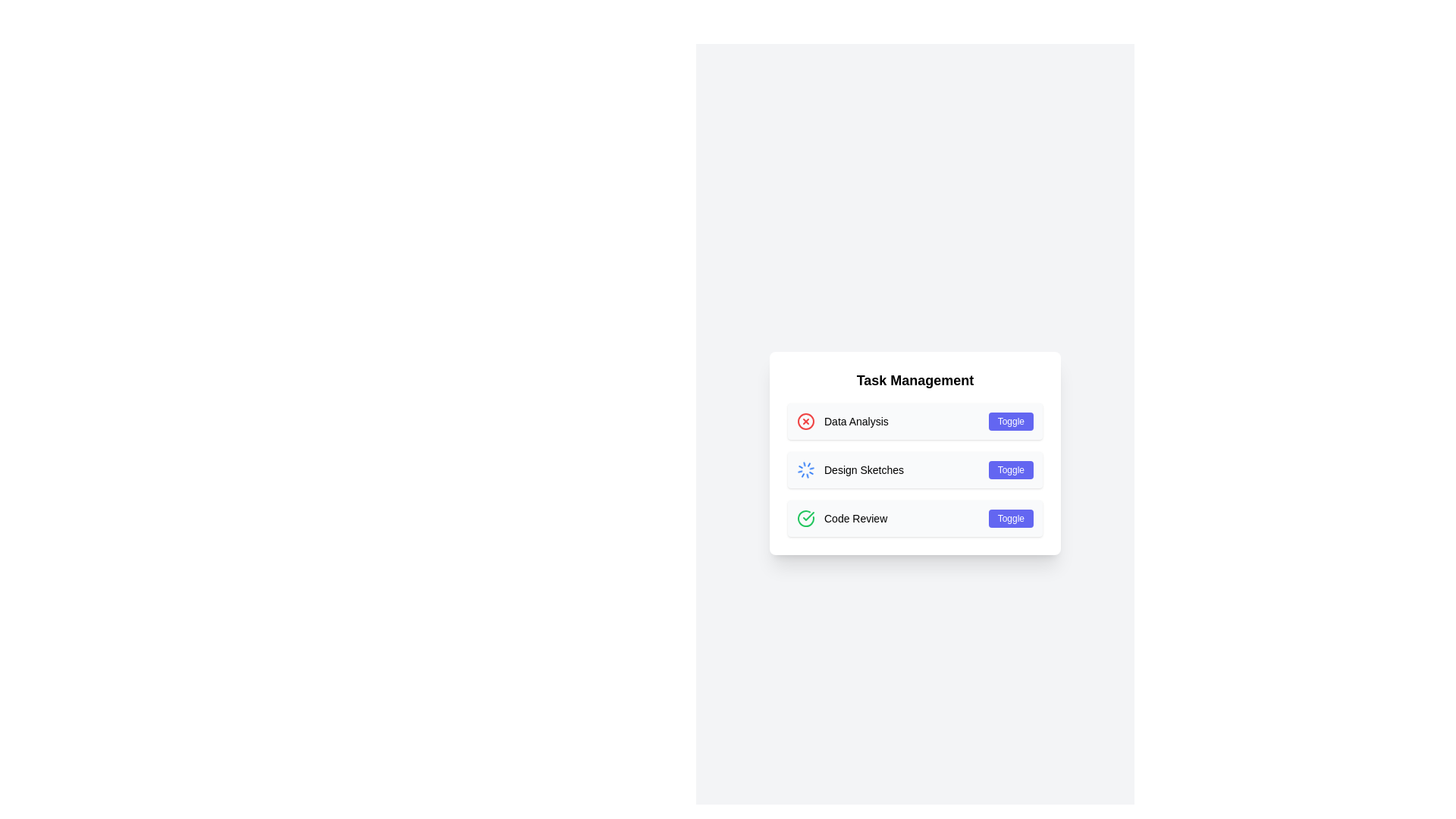 The image size is (1456, 819). What do you see at coordinates (914, 517) in the screenshot?
I see `the 'Code Review' task entry` at bounding box center [914, 517].